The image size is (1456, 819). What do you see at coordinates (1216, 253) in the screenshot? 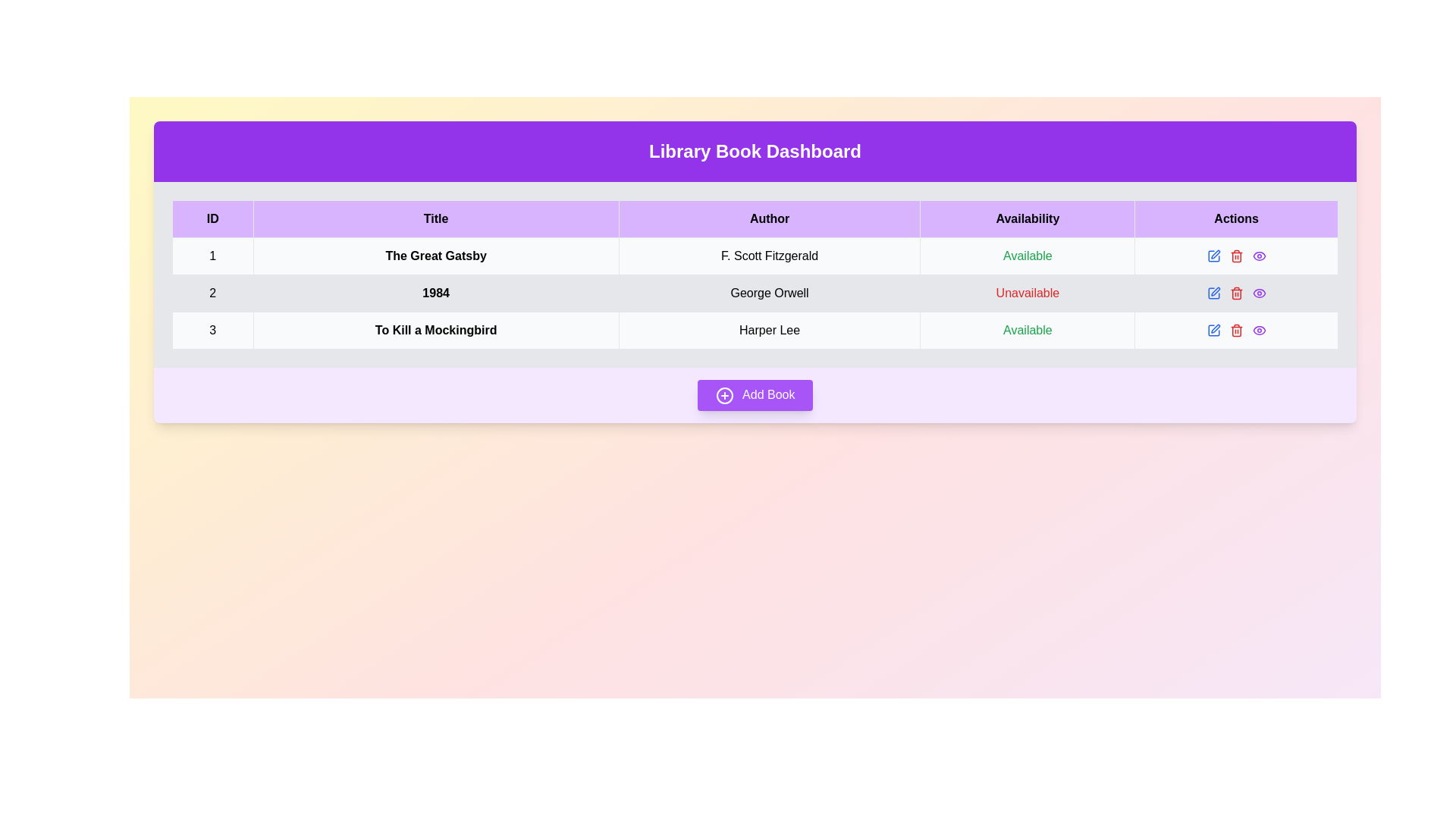
I see `the first action icon in the 'Actions' column for the book '1984'` at bounding box center [1216, 253].